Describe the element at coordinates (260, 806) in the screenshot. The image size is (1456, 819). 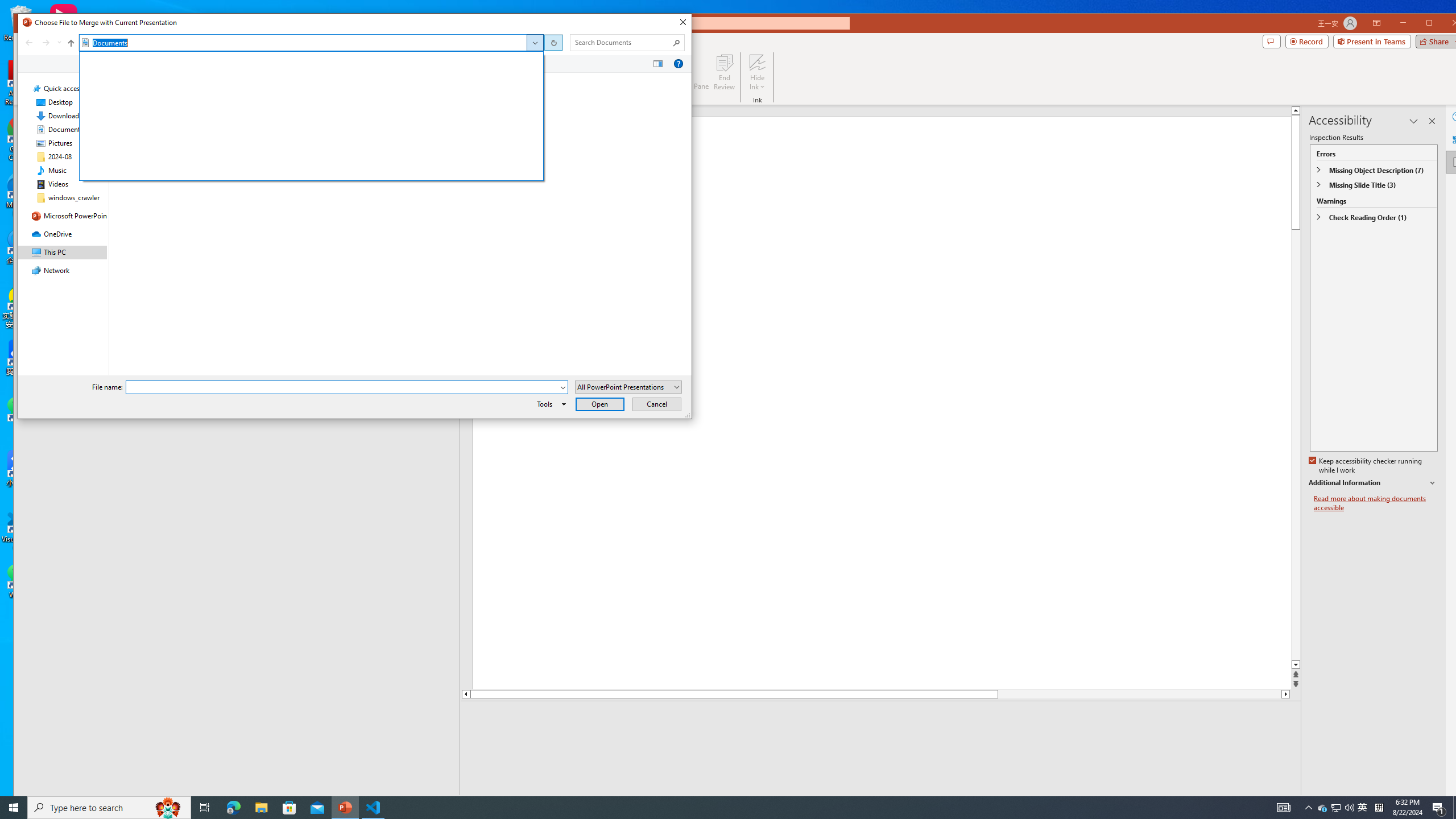
I see `'File Explorer'` at that location.